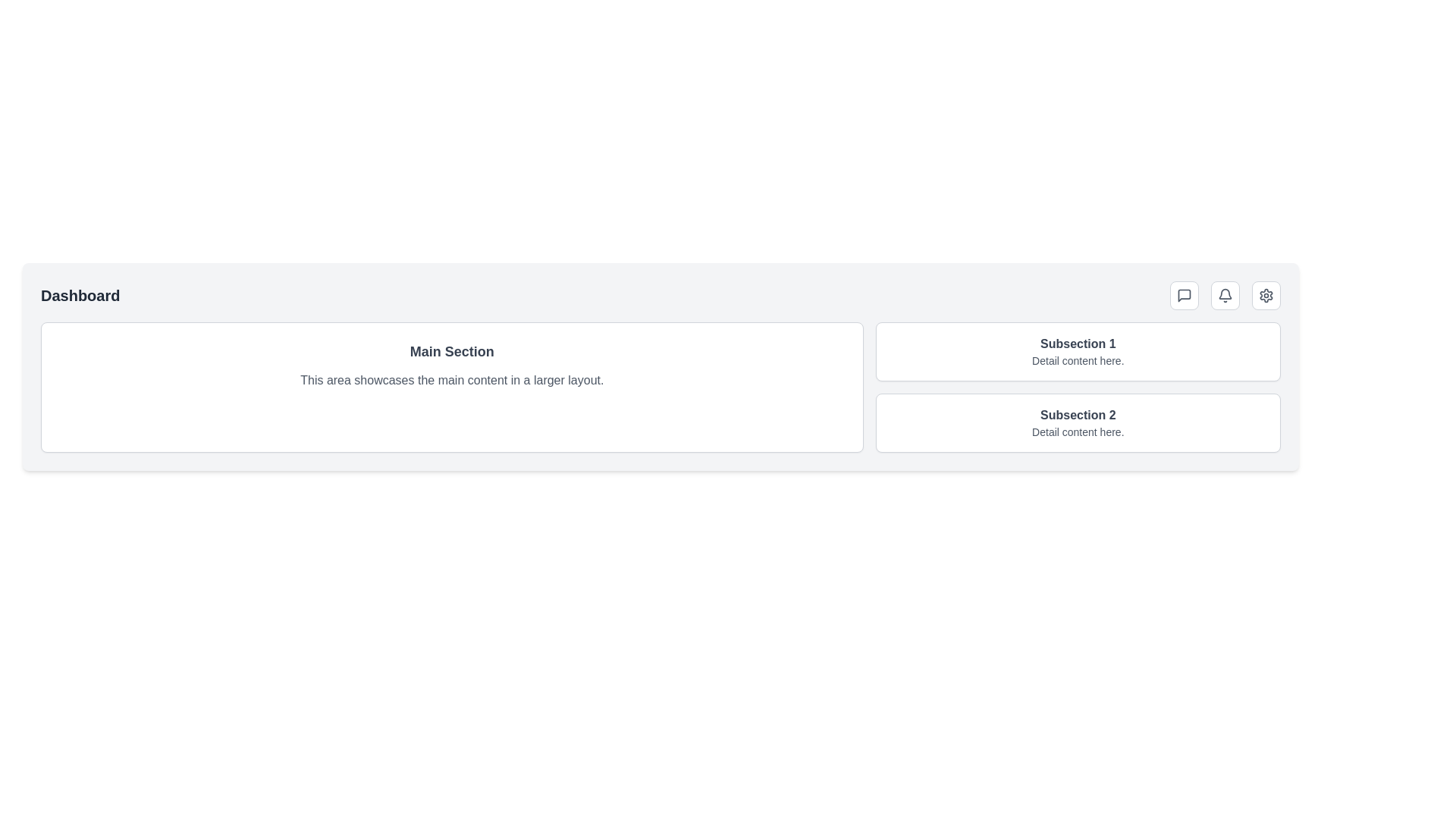  Describe the element at coordinates (451, 379) in the screenshot. I see `the text label that contains the content 'This area showcases the main content in a larger layout.', which is located directly below the heading 'Main Section'` at that location.